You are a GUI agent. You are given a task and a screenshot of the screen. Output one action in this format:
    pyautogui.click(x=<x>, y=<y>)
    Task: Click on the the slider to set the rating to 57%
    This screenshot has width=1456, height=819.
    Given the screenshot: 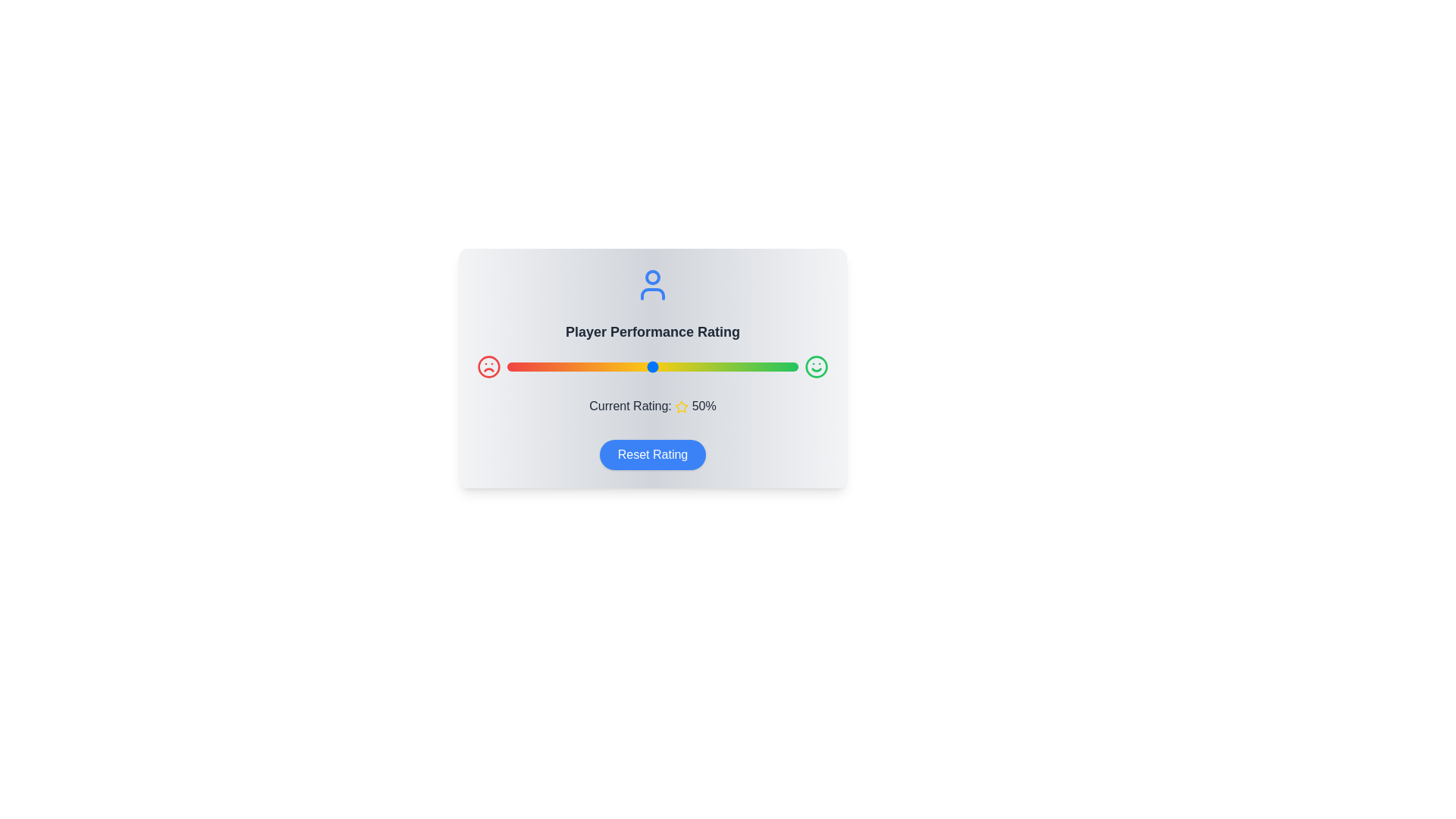 What is the action you would take?
    pyautogui.click(x=672, y=366)
    